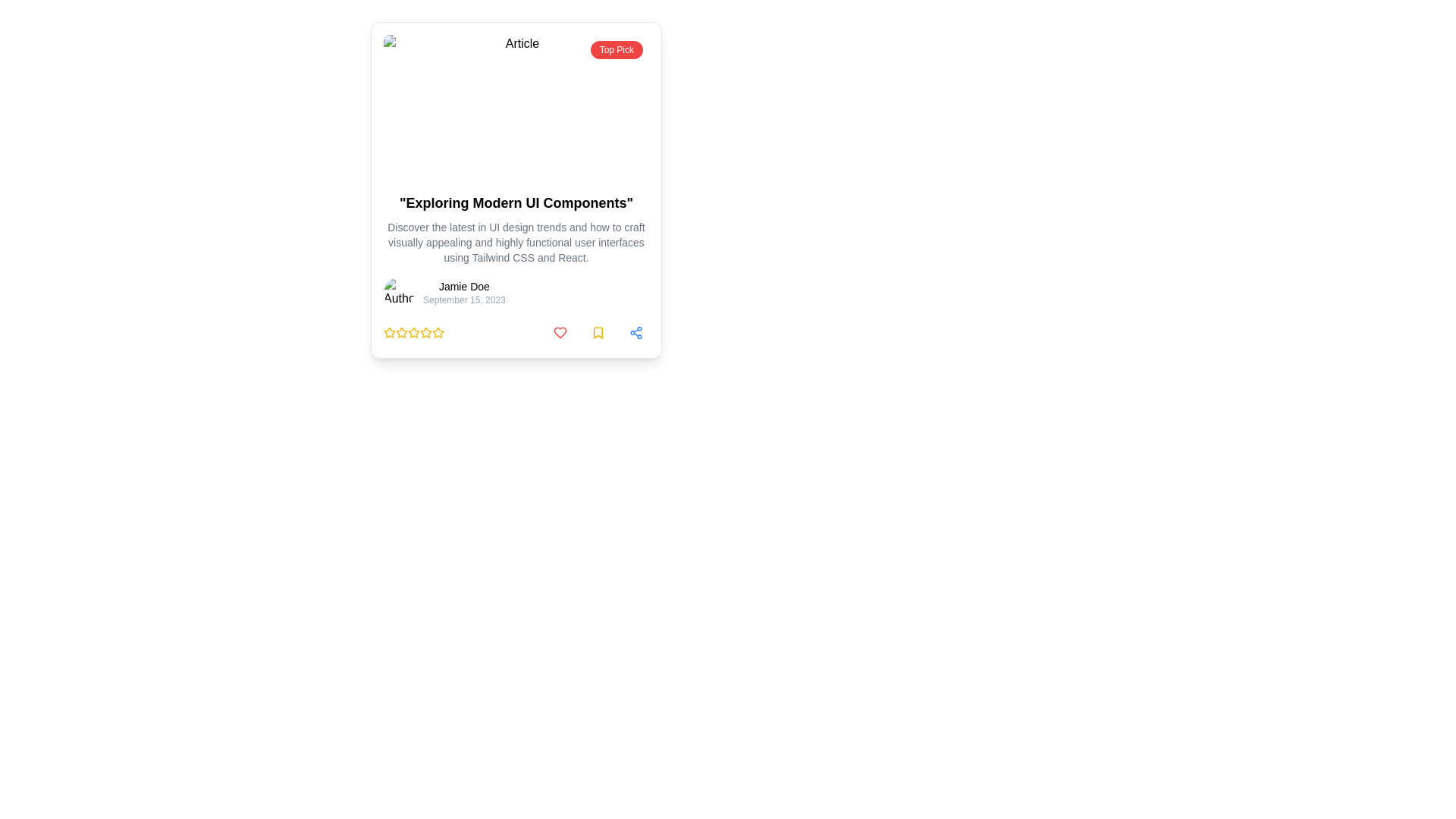  I want to click on the Badge element located at the upper-right corner of the article card, which serves, so click(617, 49).